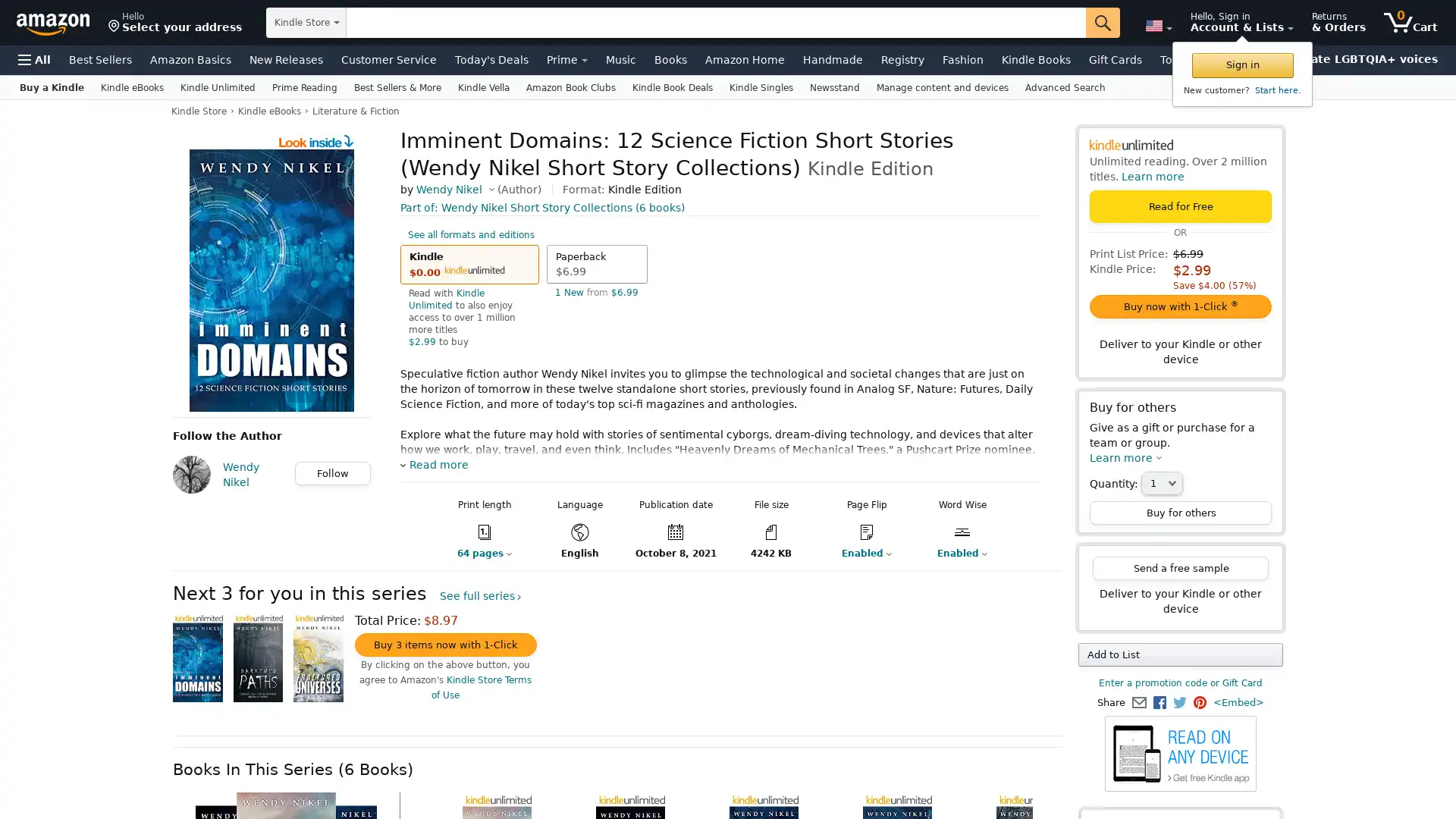 This screenshot has height=819, width=1456. I want to click on Go, so click(1103, 23).